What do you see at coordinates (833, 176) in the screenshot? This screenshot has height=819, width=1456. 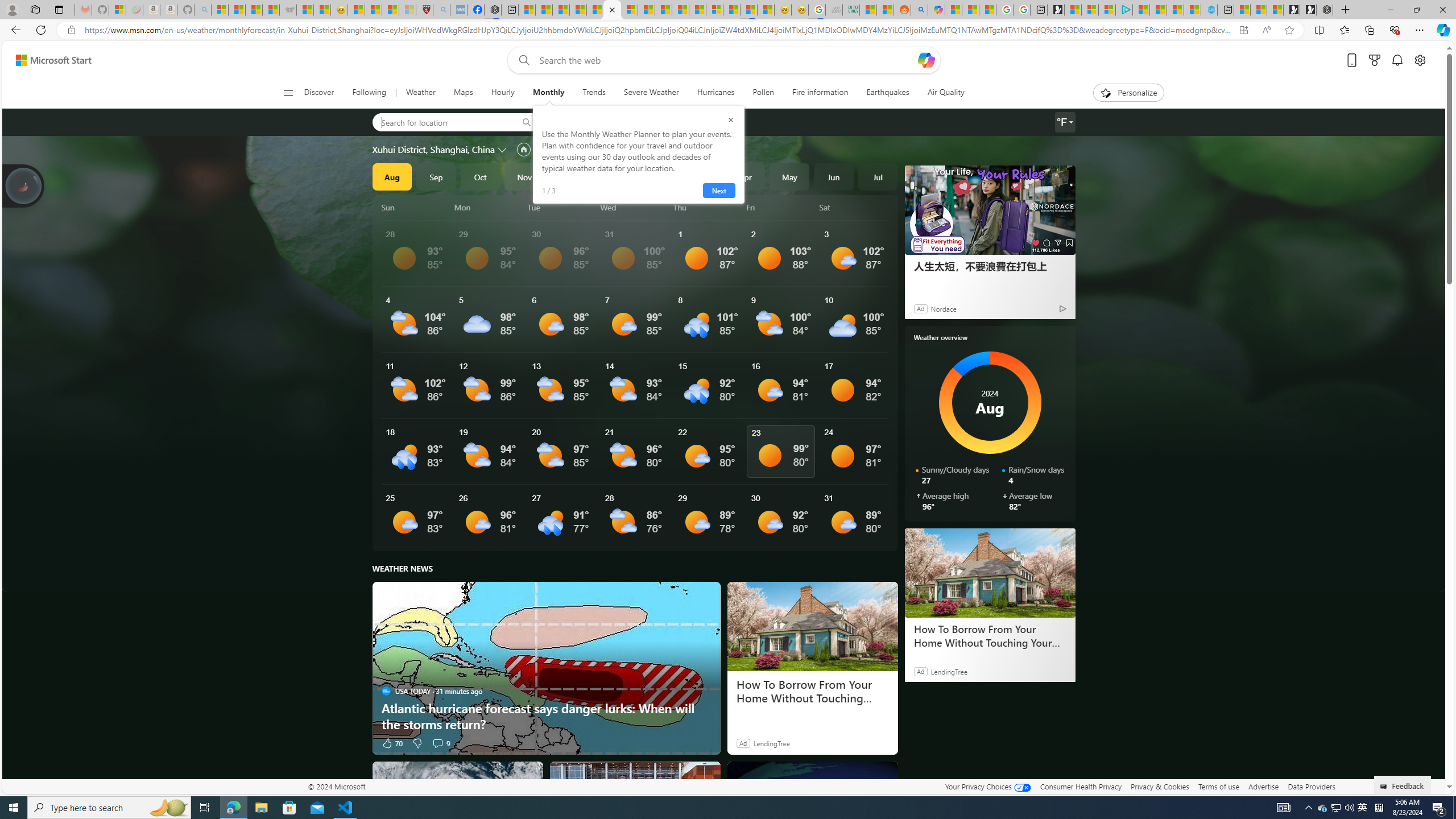 I see `'Jun'` at bounding box center [833, 176].